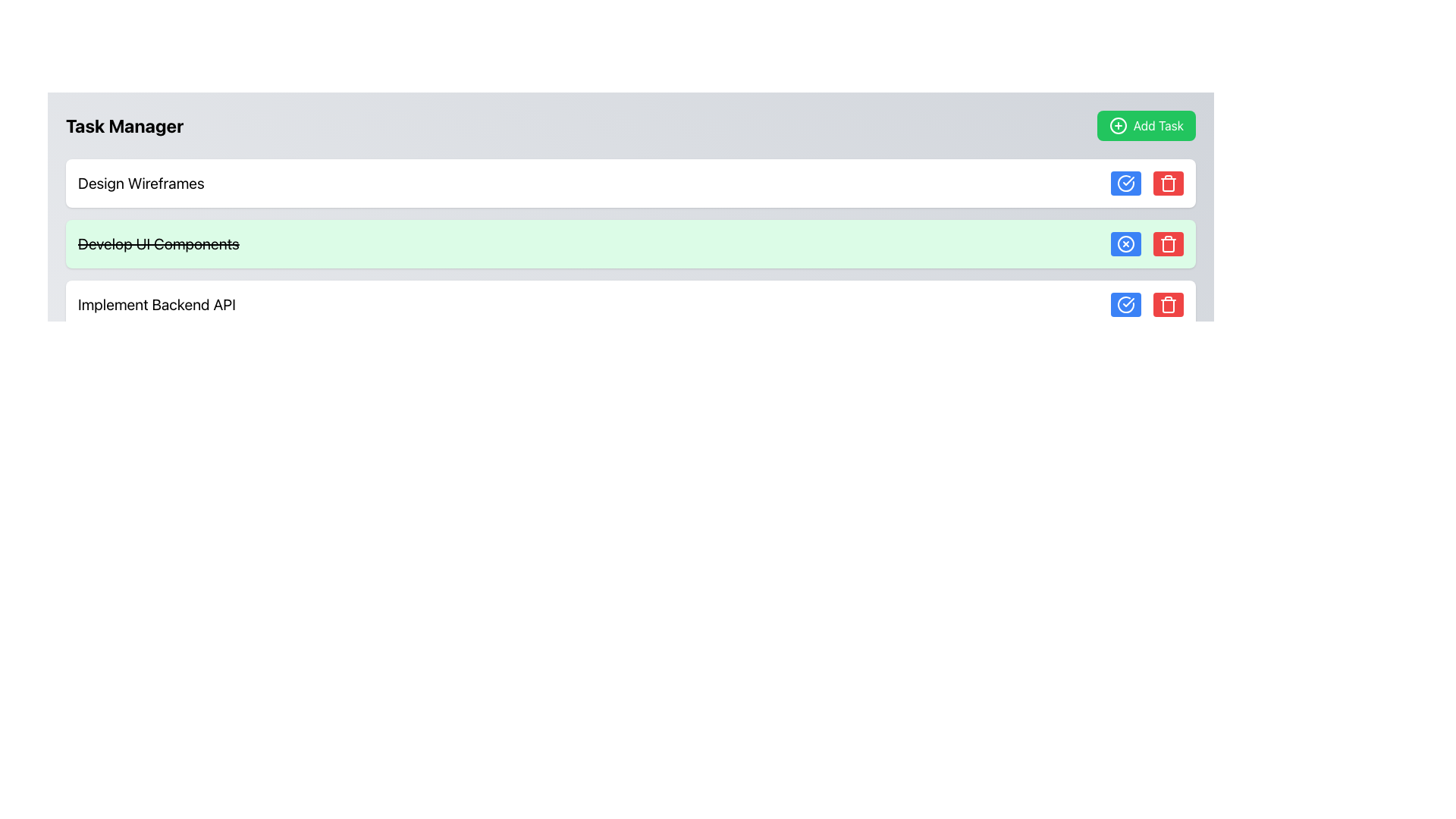  Describe the element at coordinates (1125, 304) in the screenshot. I see `the first button next to the task labeled 'Develop UI Components'` at that location.